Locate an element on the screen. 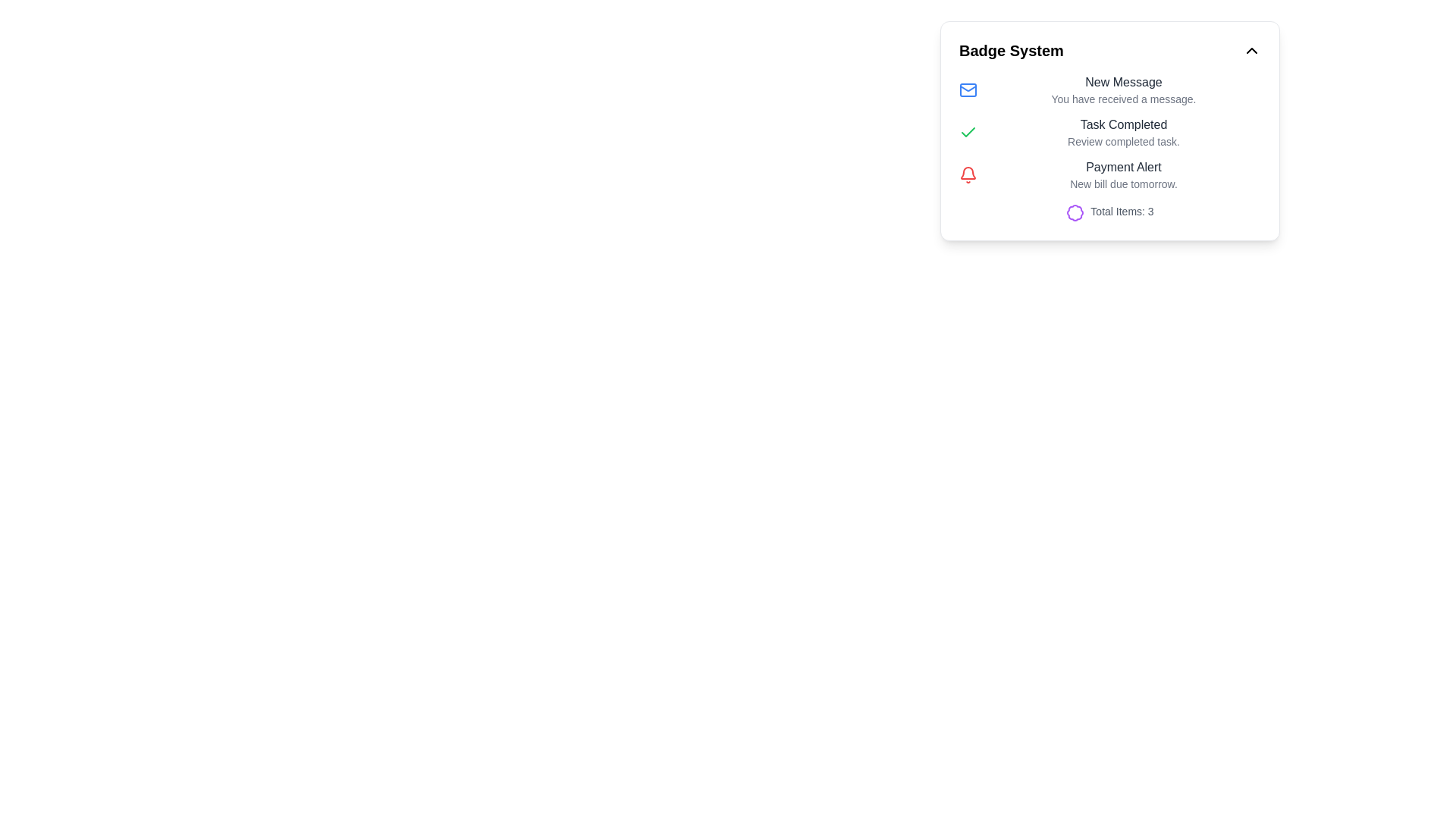 The image size is (1456, 819). notification text from the third notification item displayed in the 'Badge System' modal box is located at coordinates (1110, 174).